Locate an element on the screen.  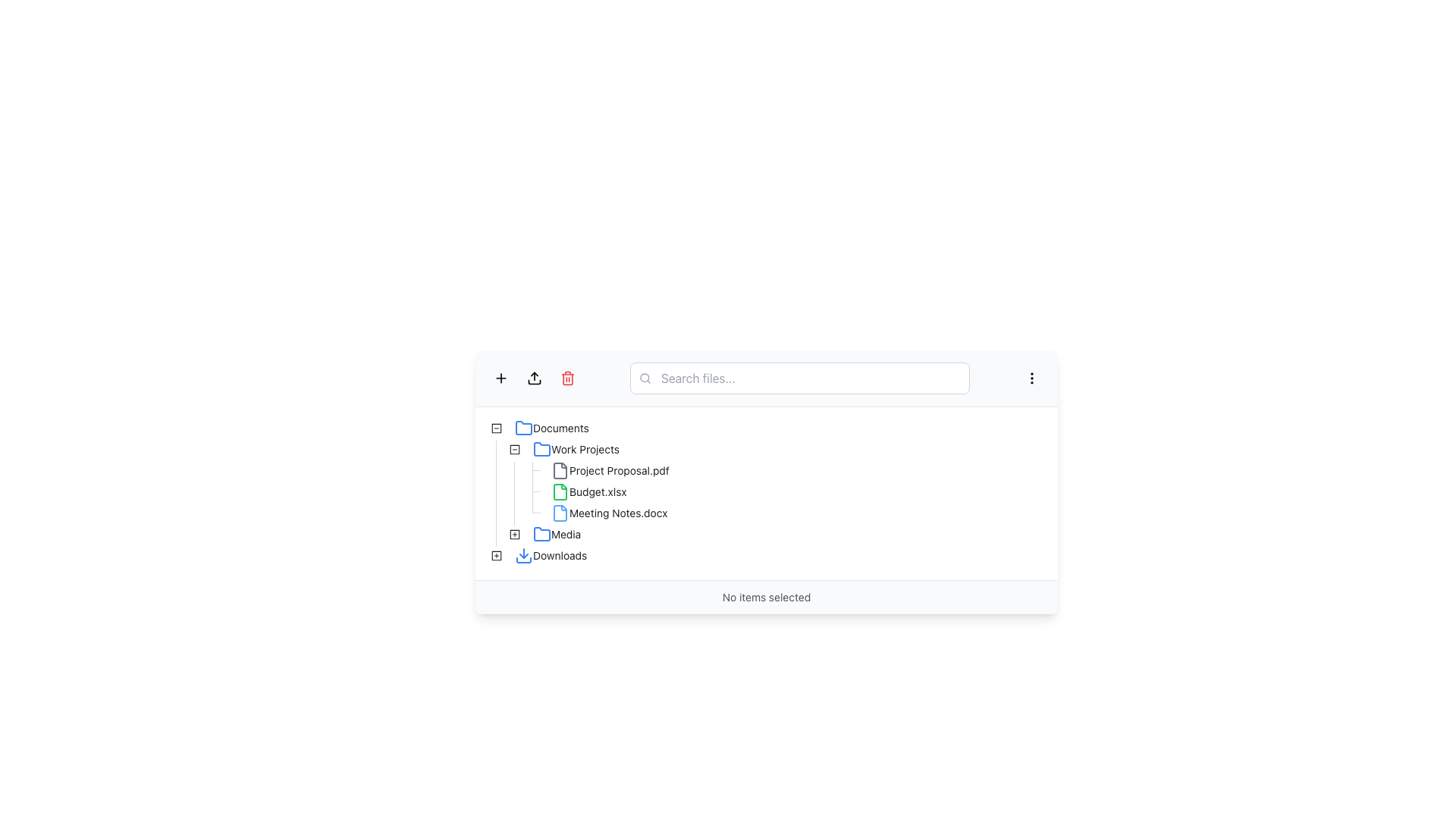
the folder icon, which is a blue outlined rectangular shape with an extended tab, located under the 'Documents' folder in the file tree interface is located at coordinates (542, 533).